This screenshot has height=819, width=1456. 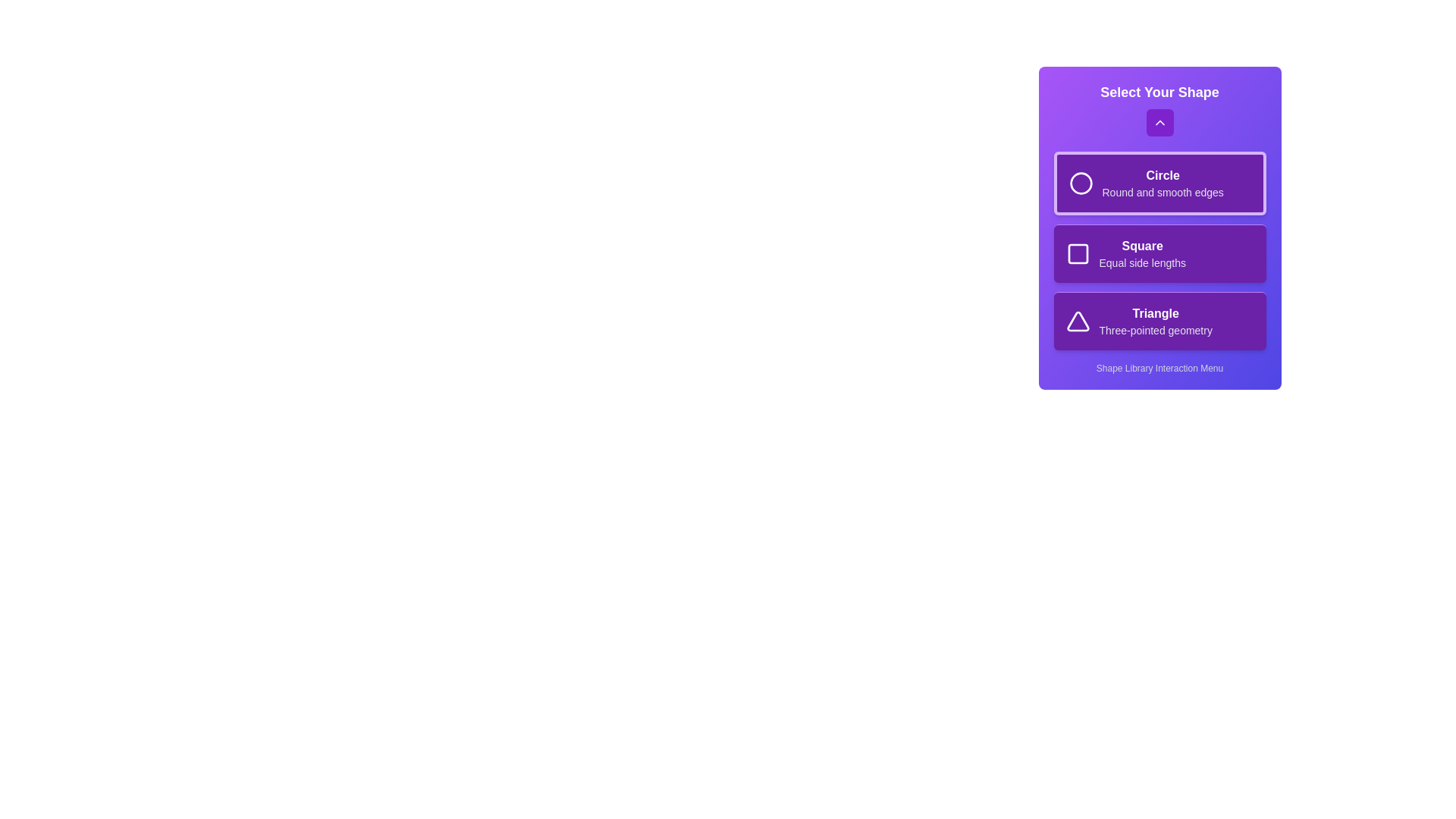 I want to click on the shape Circle by clicking on its corresponding button, so click(x=1159, y=183).